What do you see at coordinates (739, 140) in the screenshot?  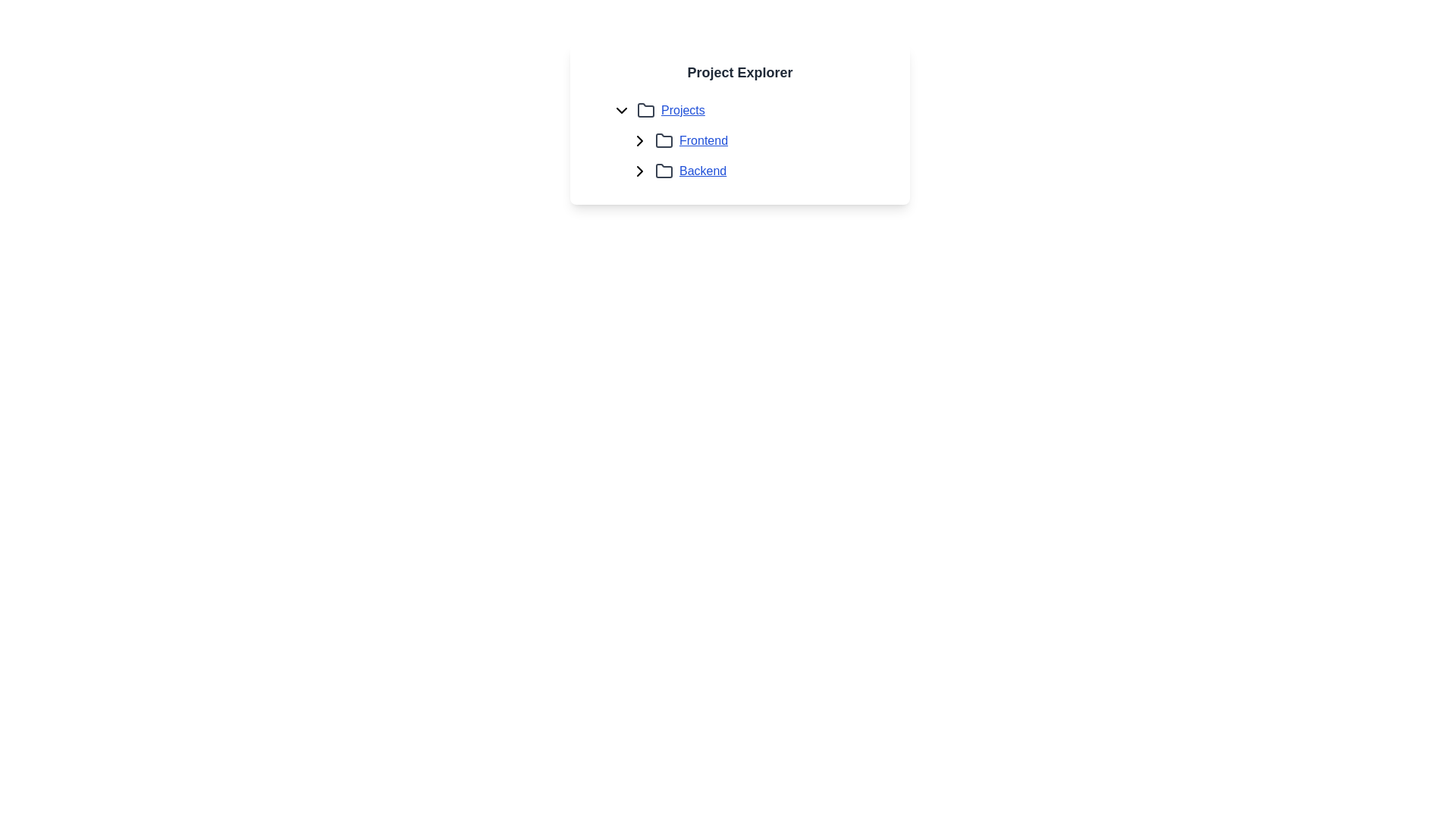 I see `the Interactive navigation link for the 'Frontend' section` at bounding box center [739, 140].